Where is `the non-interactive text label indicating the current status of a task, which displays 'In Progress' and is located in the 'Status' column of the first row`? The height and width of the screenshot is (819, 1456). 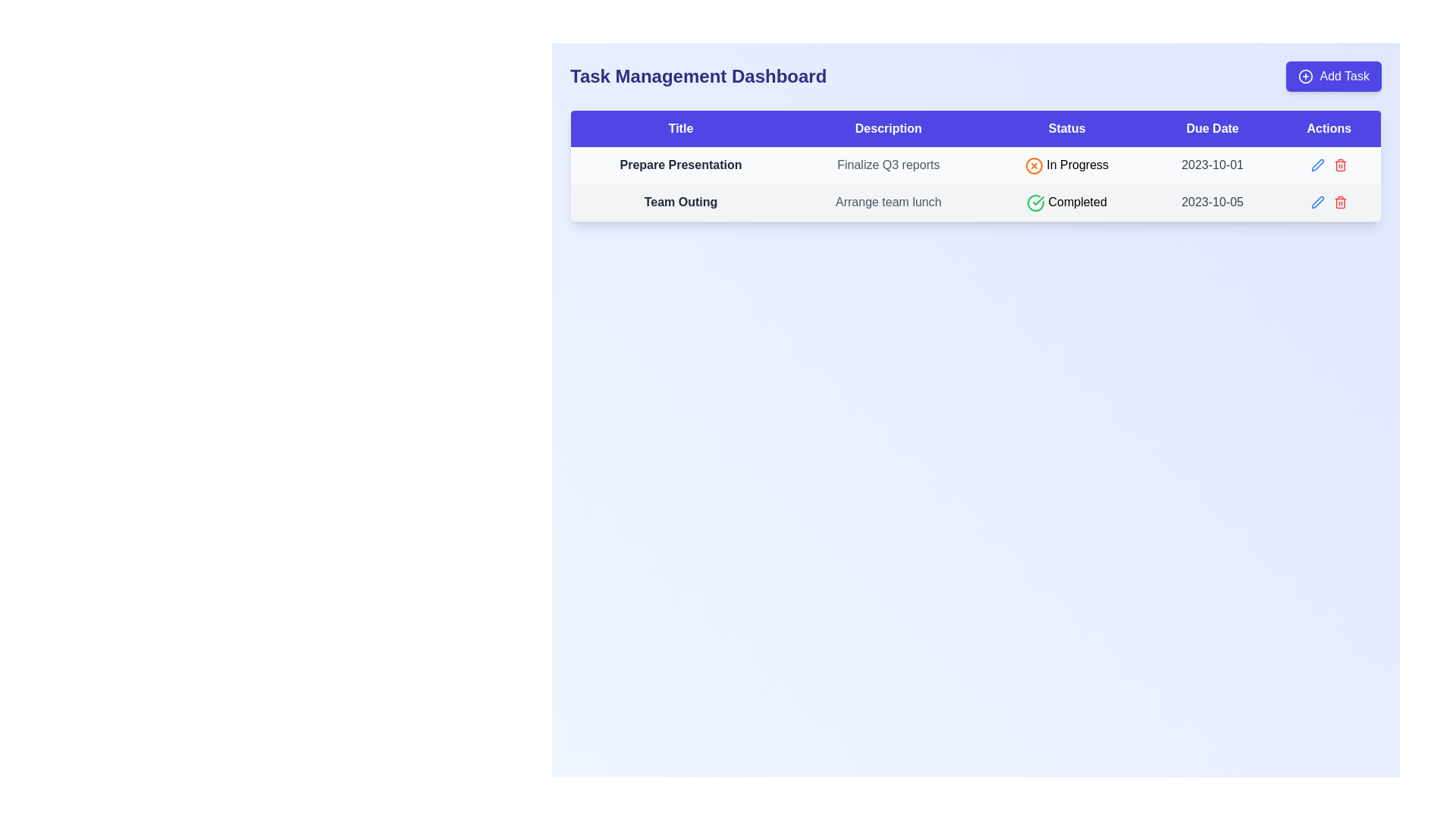
the non-interactive text label indicating the current status of a task, which displays 'In Progress' and is located in the 'Status' column of the first row is located at coordinates (1066, 165).